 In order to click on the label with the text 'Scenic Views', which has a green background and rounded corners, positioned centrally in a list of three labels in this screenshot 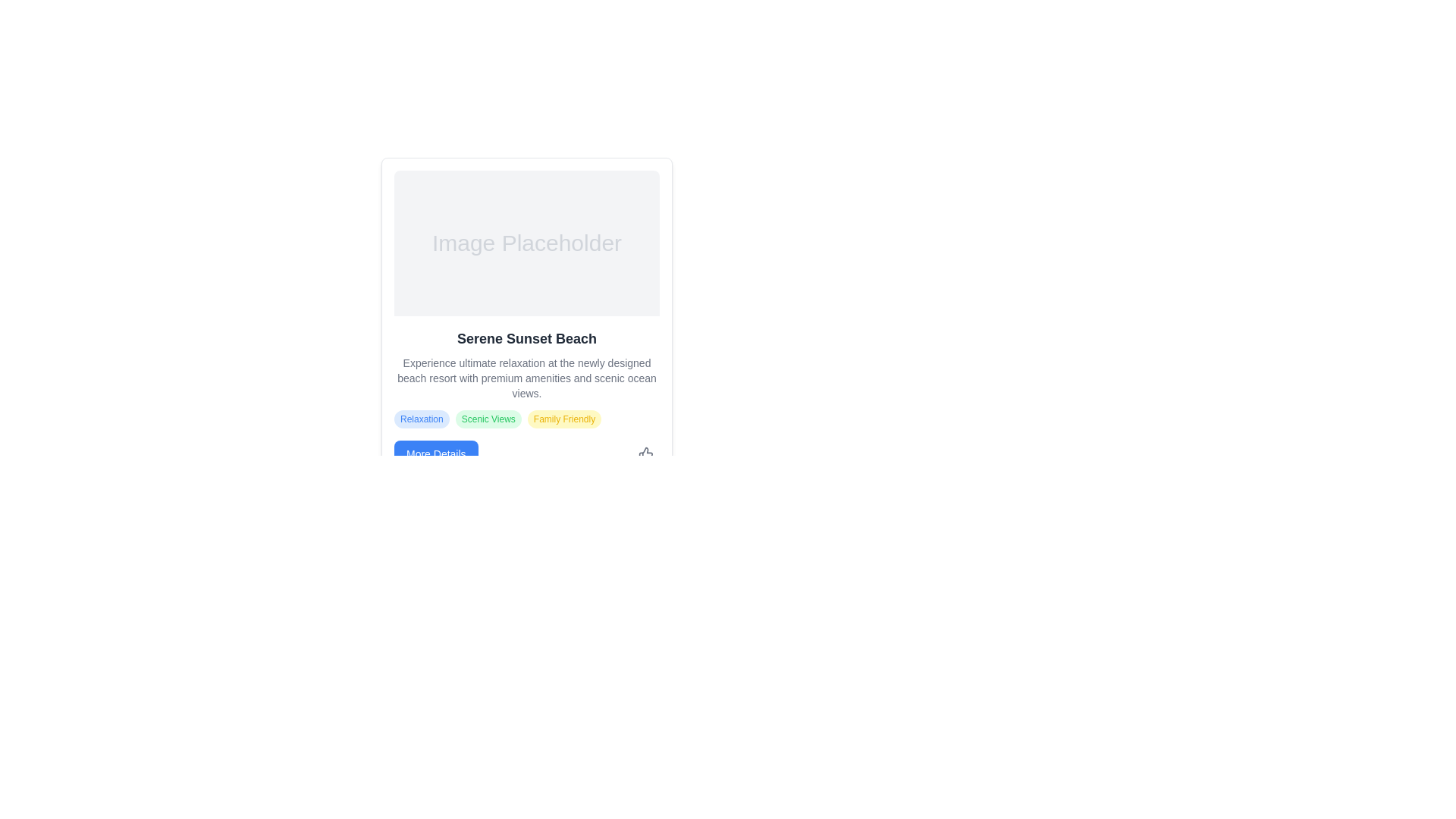, I will do `click(488, 419)`.